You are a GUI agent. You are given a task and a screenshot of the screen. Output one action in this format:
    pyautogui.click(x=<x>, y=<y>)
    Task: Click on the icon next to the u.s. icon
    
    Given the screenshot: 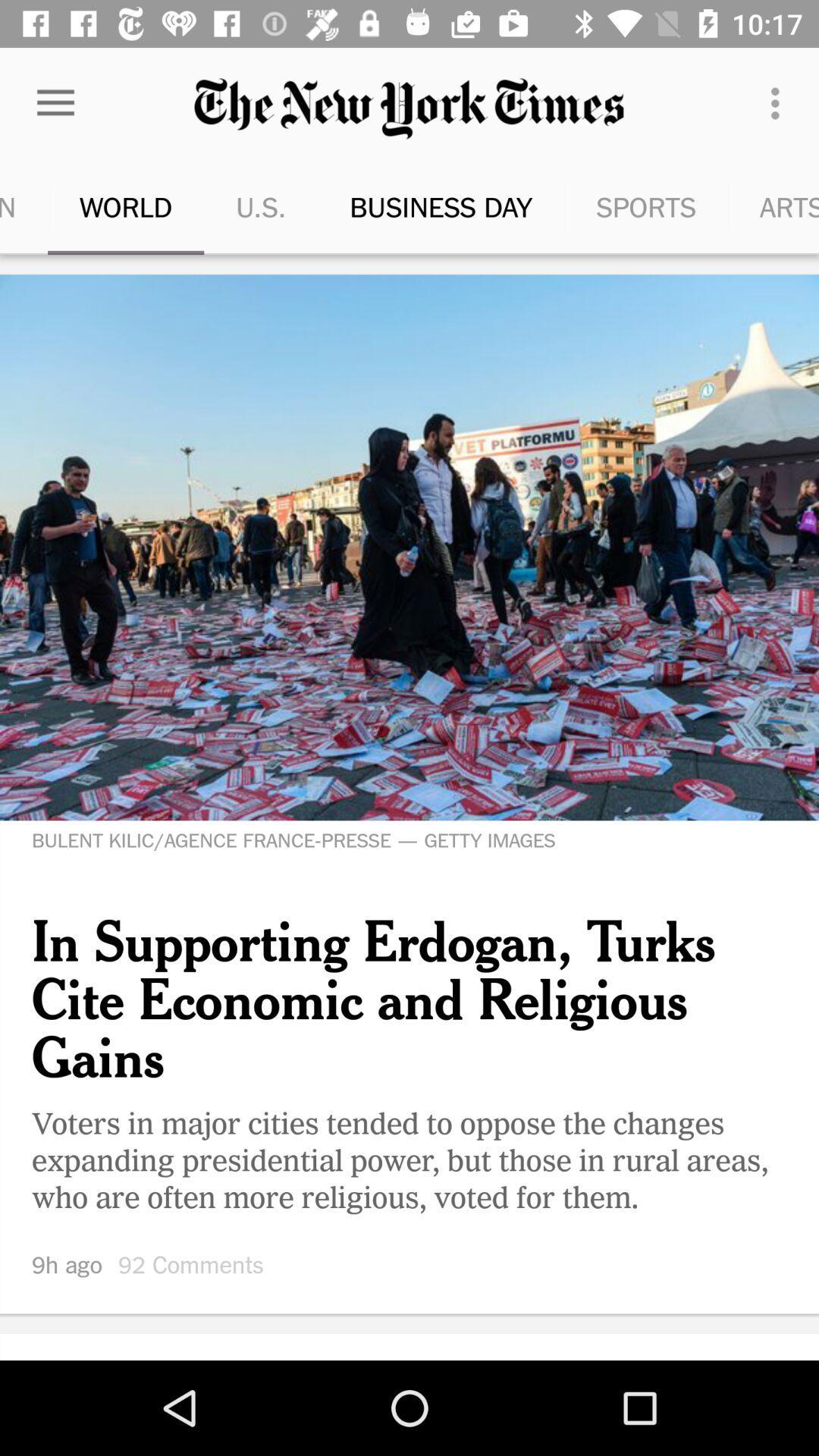 What is the action you would take?
    pyautogui.click(x=401, y=206)
    